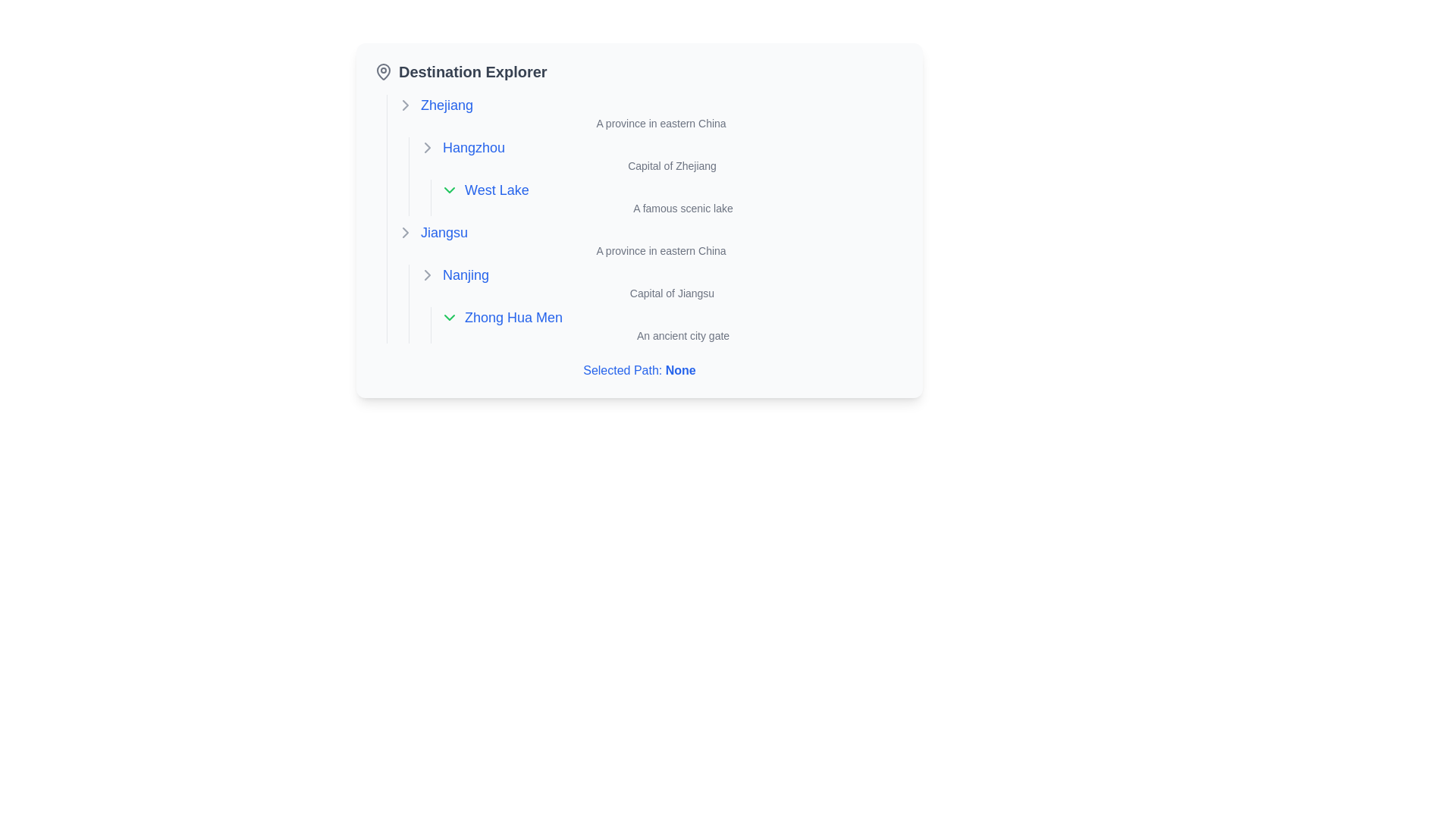  Describe the element at coordinates (383, 72) in the screenshot. I see `the non-interactive icon representing the 'Destination Explorer' section, located to the left of the 'Destination Explorer' title` at that location.